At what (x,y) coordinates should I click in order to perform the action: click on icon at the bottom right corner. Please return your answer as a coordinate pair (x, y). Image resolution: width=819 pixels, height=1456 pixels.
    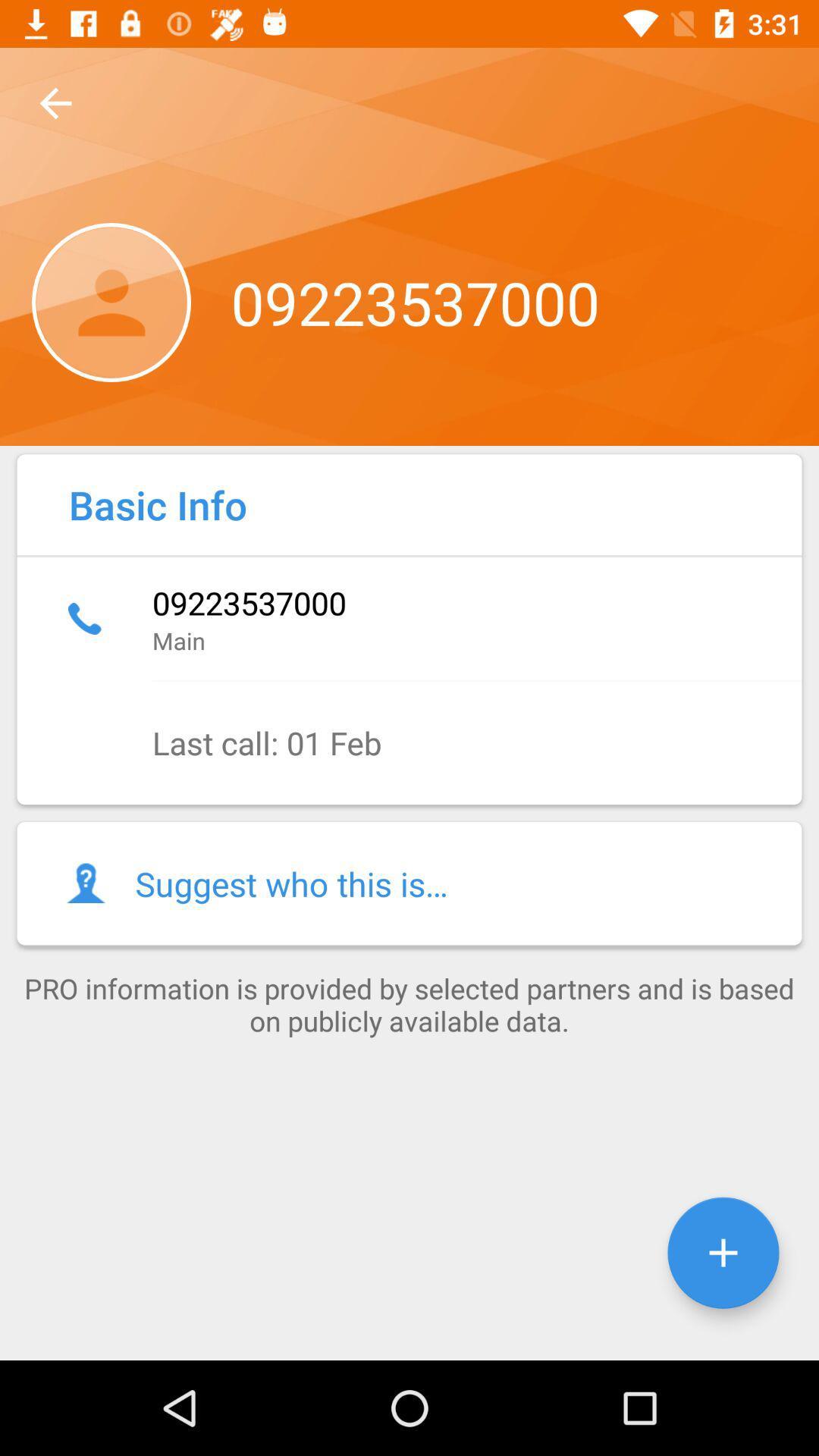
    Looking at the image, I should click on (722, 1253).